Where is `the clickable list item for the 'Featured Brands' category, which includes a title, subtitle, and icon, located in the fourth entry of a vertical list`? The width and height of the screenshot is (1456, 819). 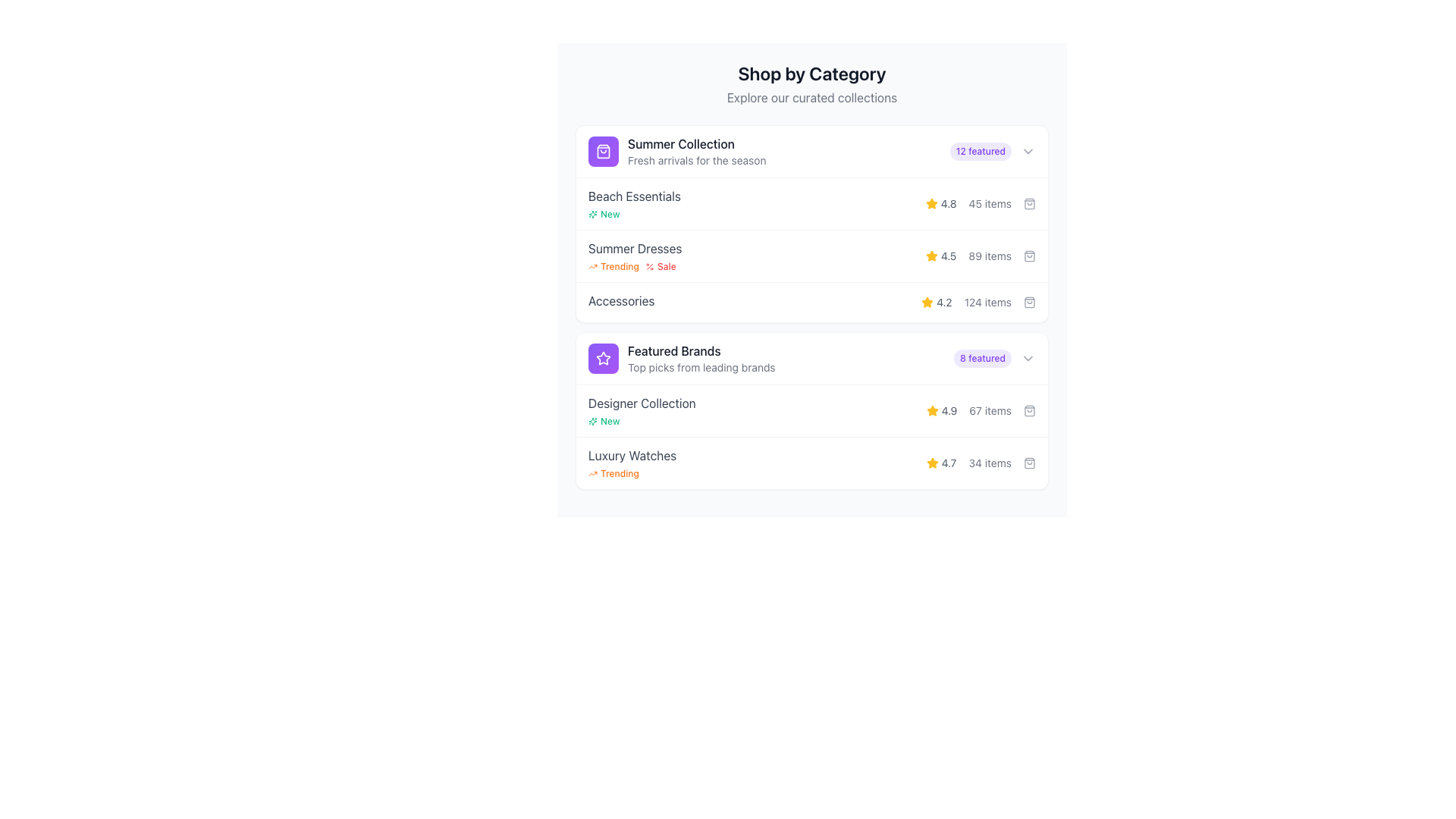
the clickable list item for the 'Featured Brands' category, which includes a title, subtitle, and icon, located in the fourth entry of a vertical list is located at coordinates (681, 359).